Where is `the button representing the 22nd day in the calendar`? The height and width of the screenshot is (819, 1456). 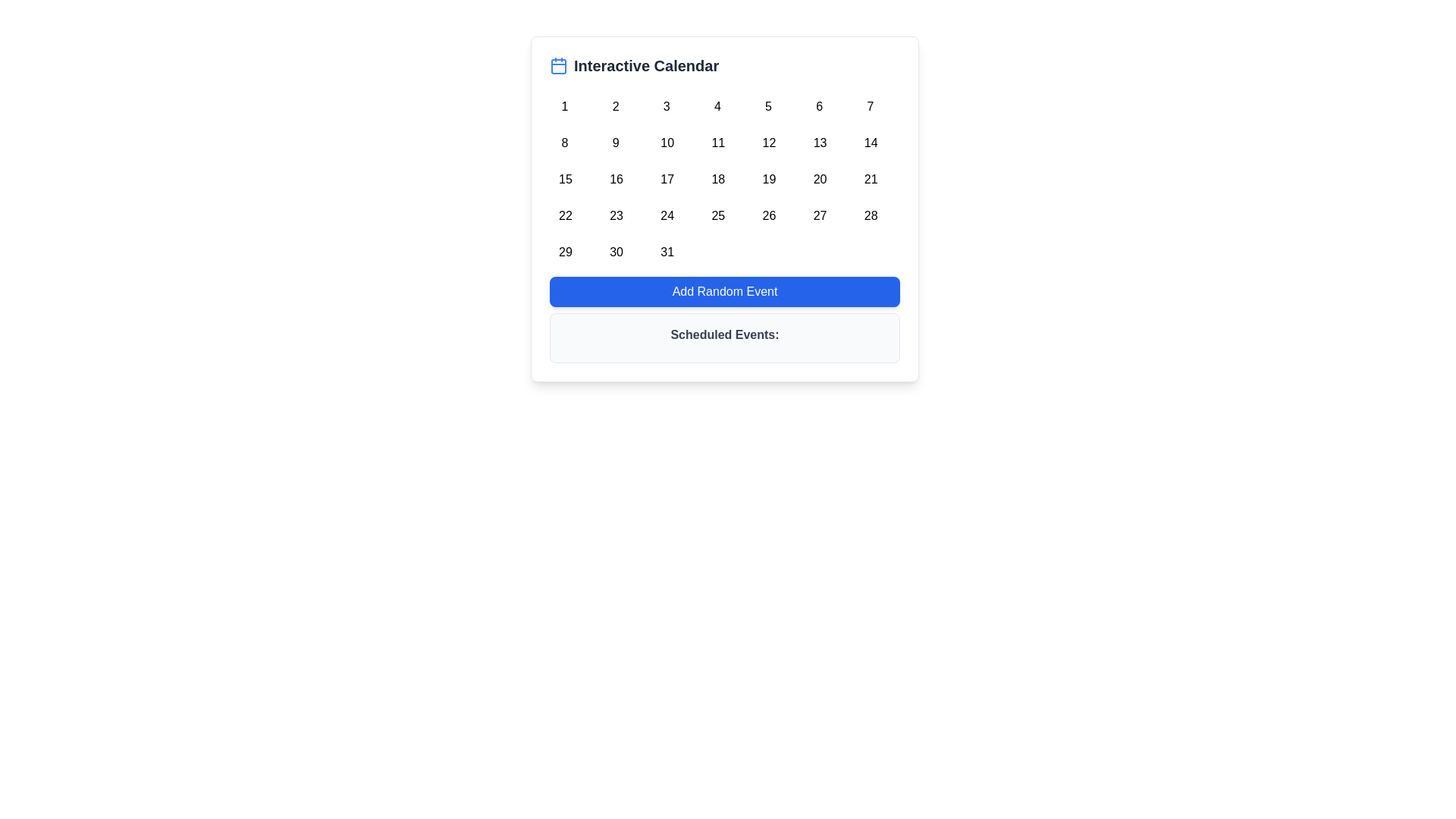 the button representing the 22nd day in the calendar is located at coordinates (563, 213).